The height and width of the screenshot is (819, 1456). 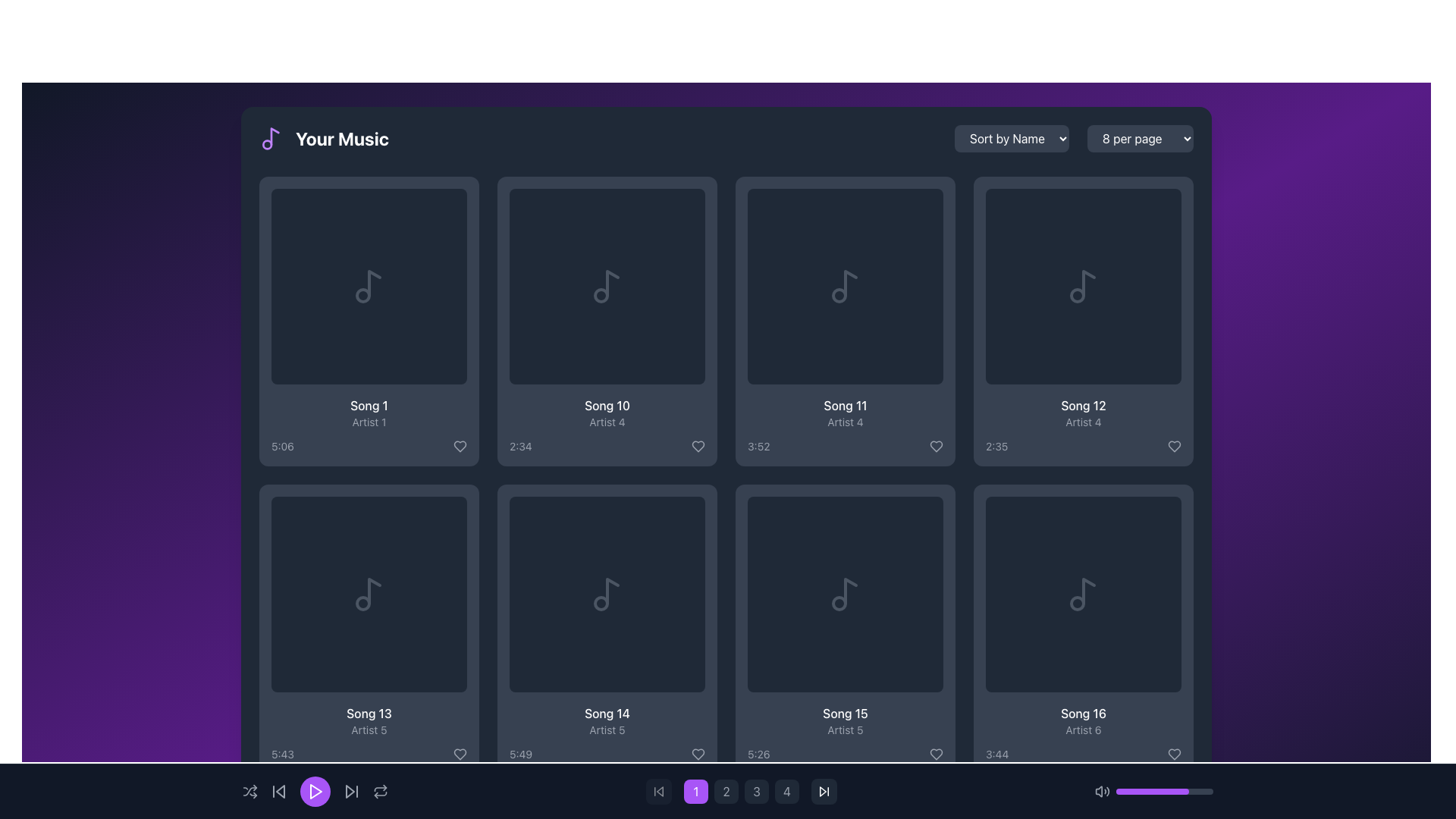 What do you see at coordinates (844, 593) in the screenshot?
I see `the play button for 'Song 15' to initiate playback` at bounding box center [844, 593].